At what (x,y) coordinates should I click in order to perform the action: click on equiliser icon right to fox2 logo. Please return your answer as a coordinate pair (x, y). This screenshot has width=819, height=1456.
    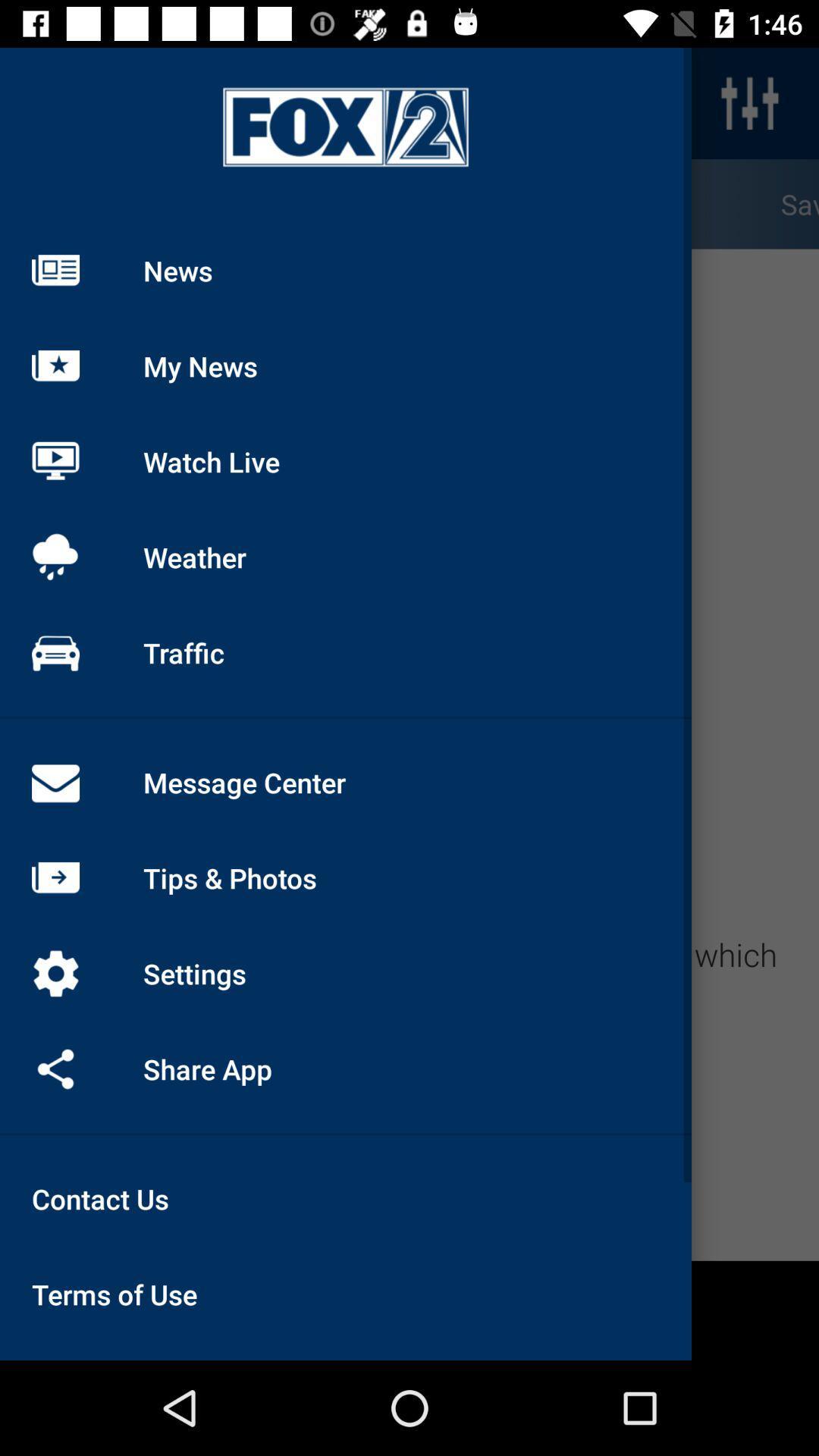
    Looking at the image, I should click on (748, 102).